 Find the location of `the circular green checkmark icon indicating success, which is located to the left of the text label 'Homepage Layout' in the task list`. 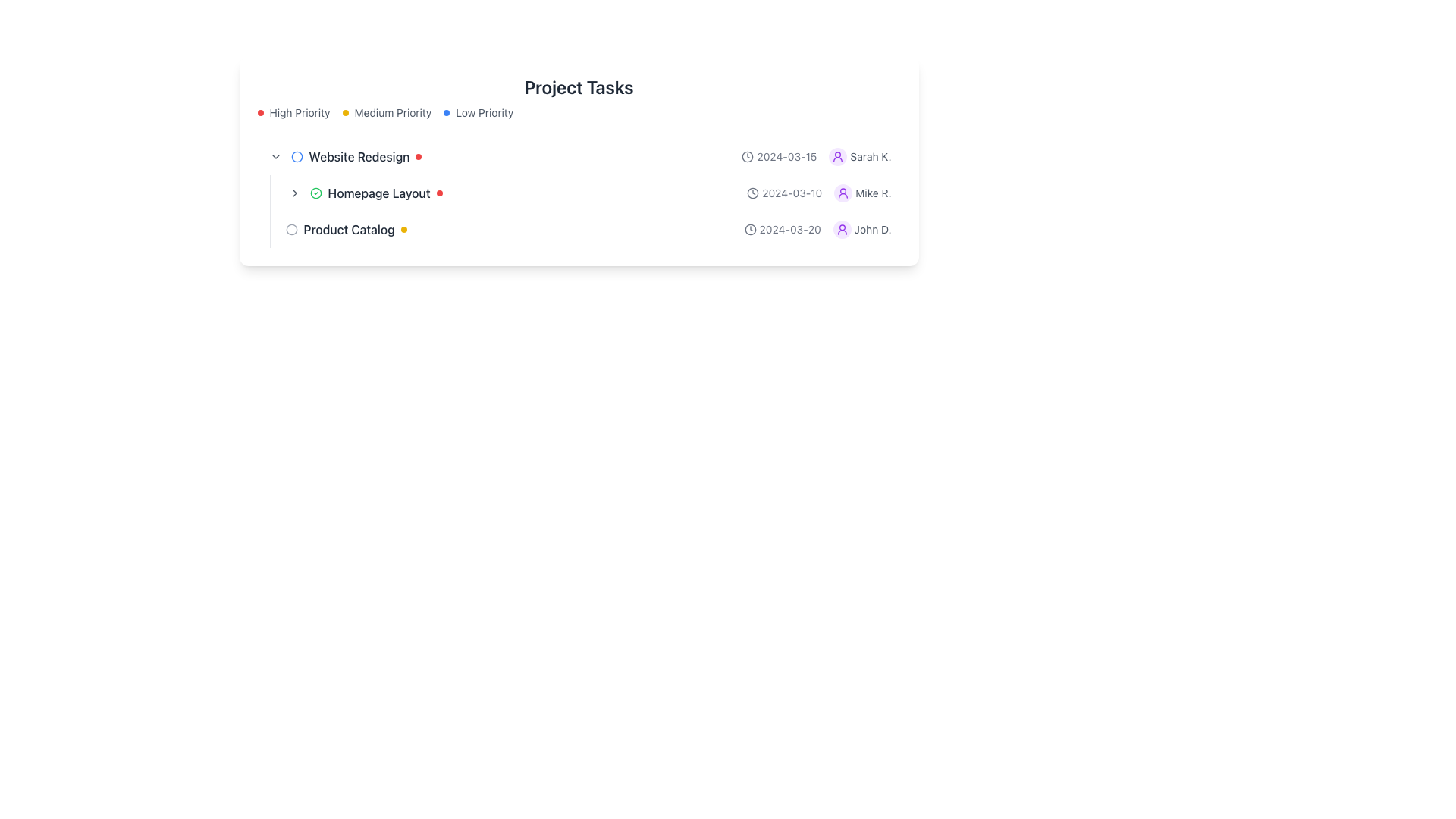

the circular green checkmark icon indicating success, which is located to the left of the text label 'Homepage Layout' in the task list is located at coordinates (315, 192).